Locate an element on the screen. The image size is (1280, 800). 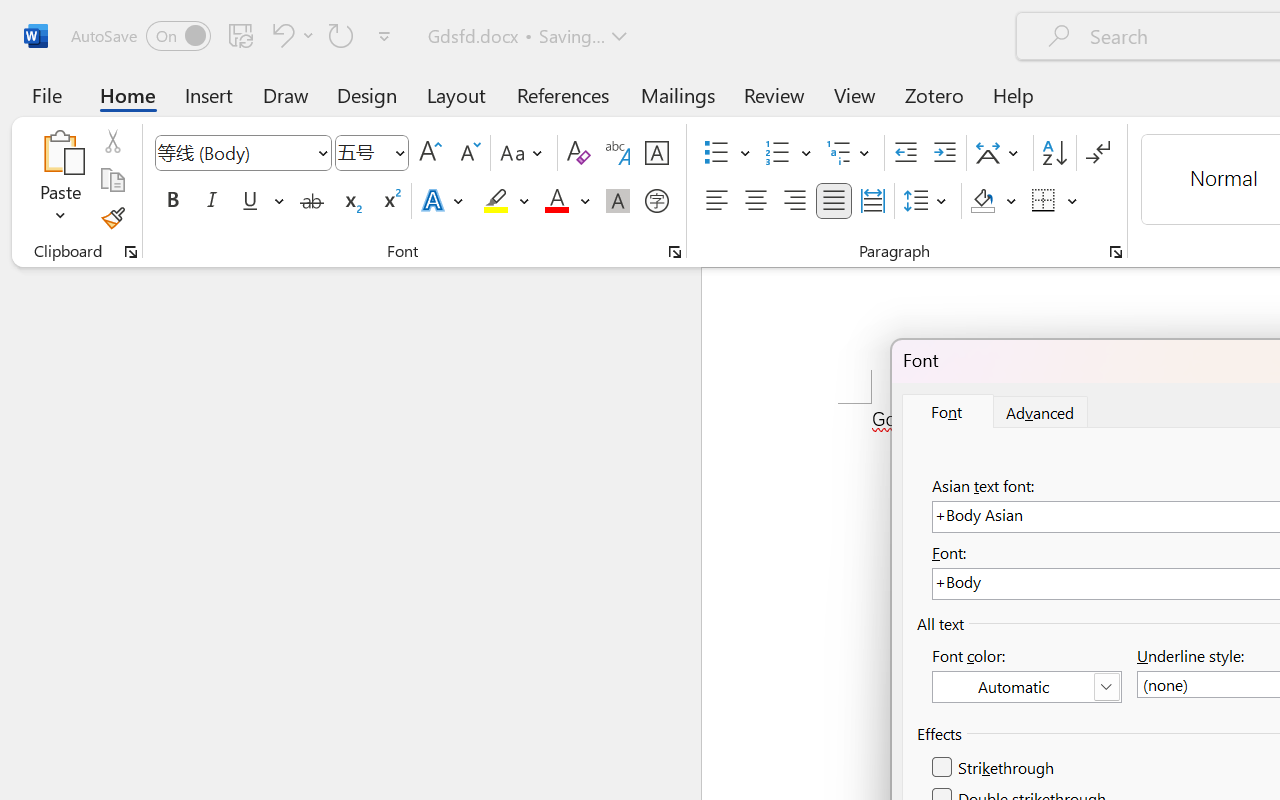
'Subscript' is located at coordinates (350, 201).